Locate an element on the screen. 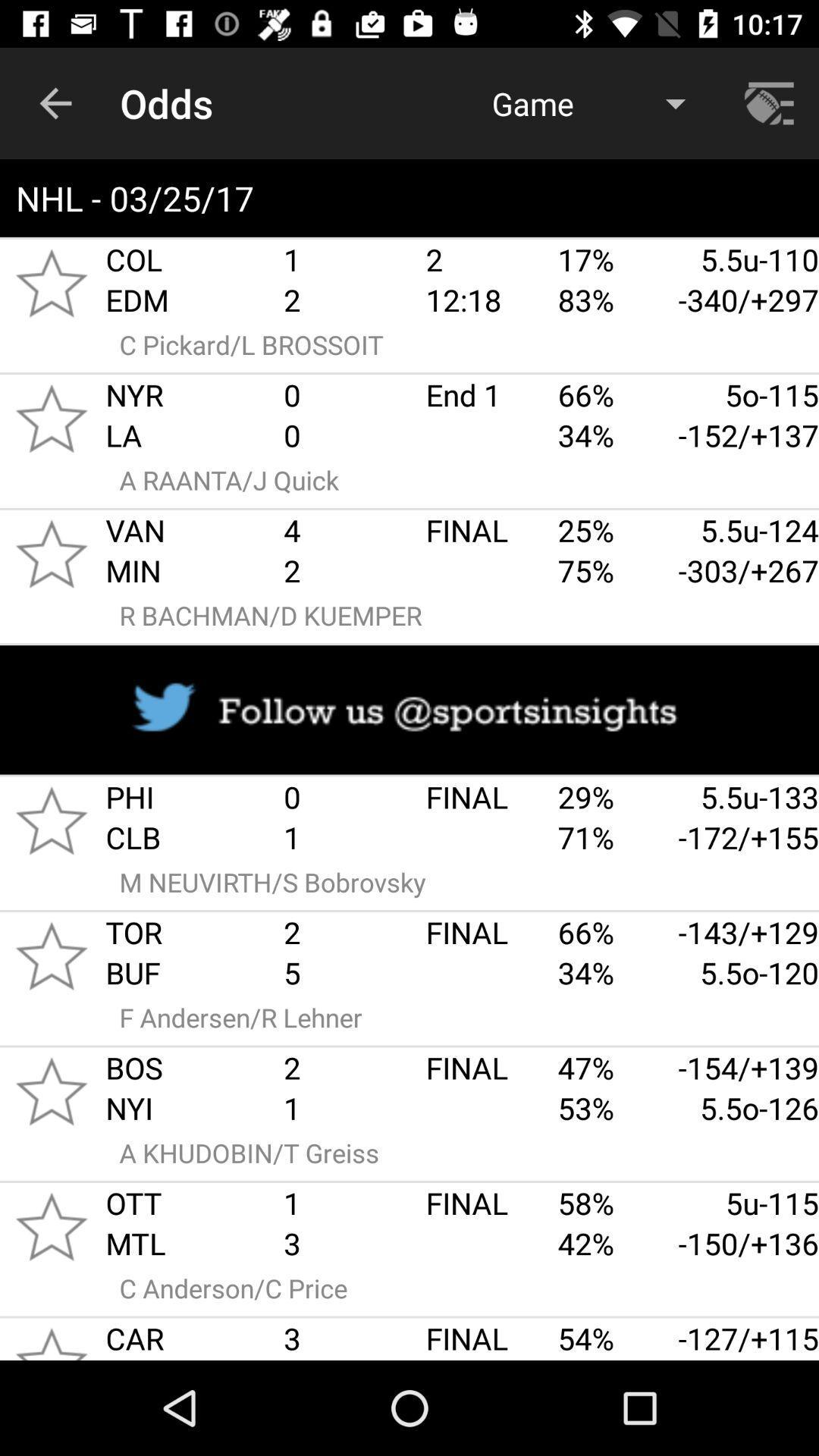 Image resolution: width=819 pixels, height=1456 pixels. rating is located at coordinates (51, 820).